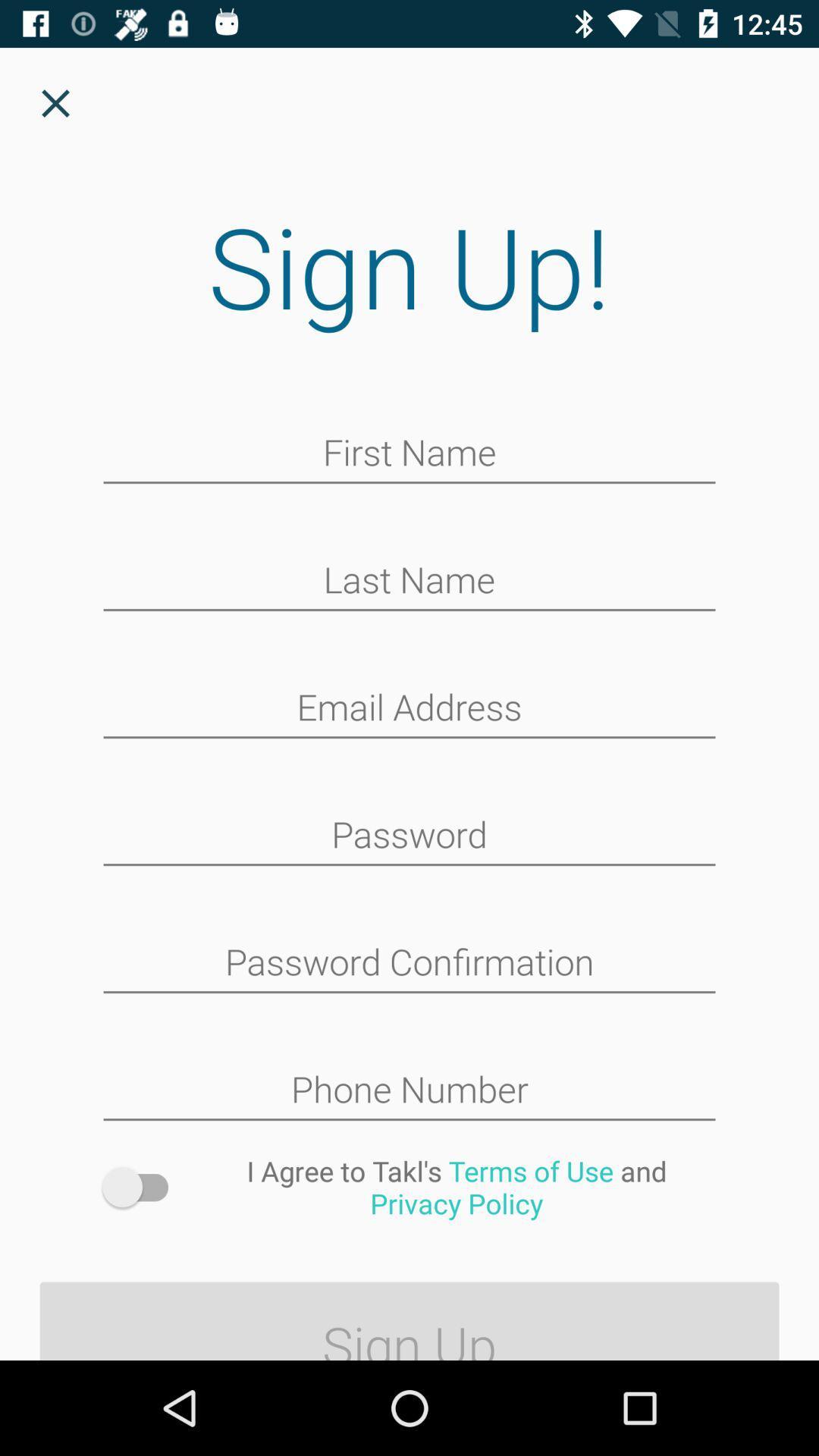  Describe the element at coordinates (409, 836) in the screenshot. I see `space to enter password` at that location.